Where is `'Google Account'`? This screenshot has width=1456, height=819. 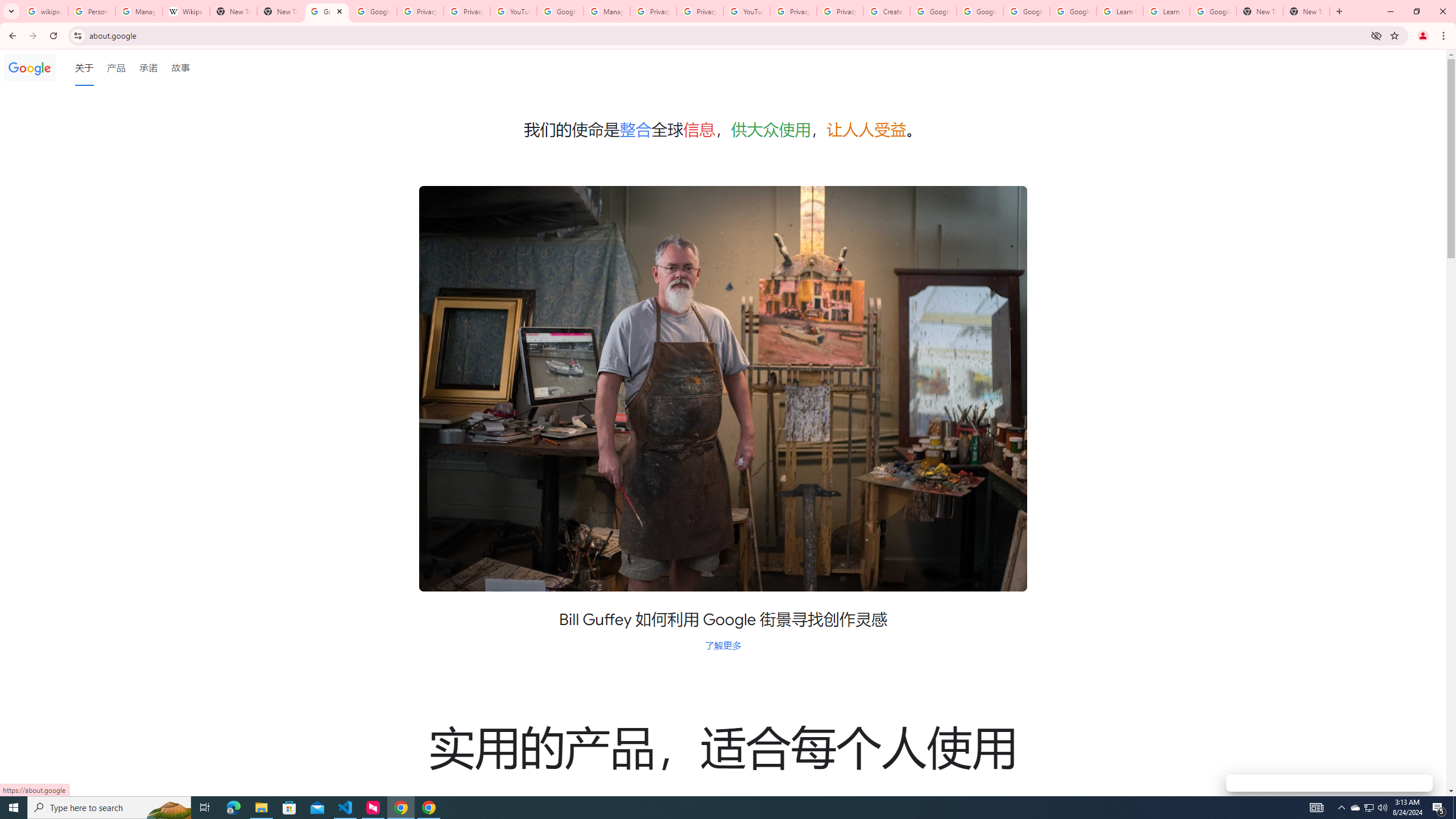 'Google Account' is located at coordinates (1213, 11).